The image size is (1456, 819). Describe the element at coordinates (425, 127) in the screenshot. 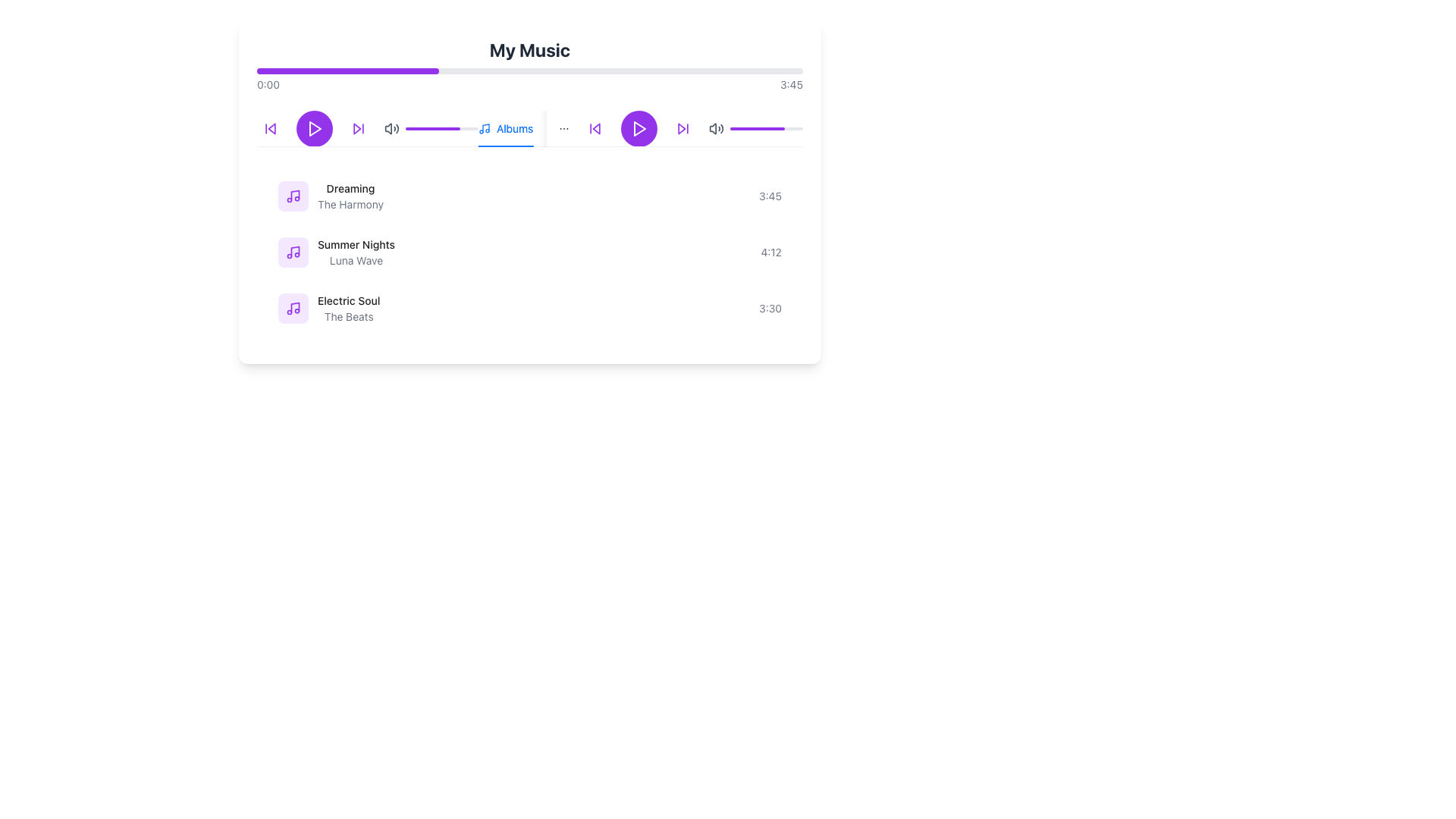

I see `the progress value` at that location.